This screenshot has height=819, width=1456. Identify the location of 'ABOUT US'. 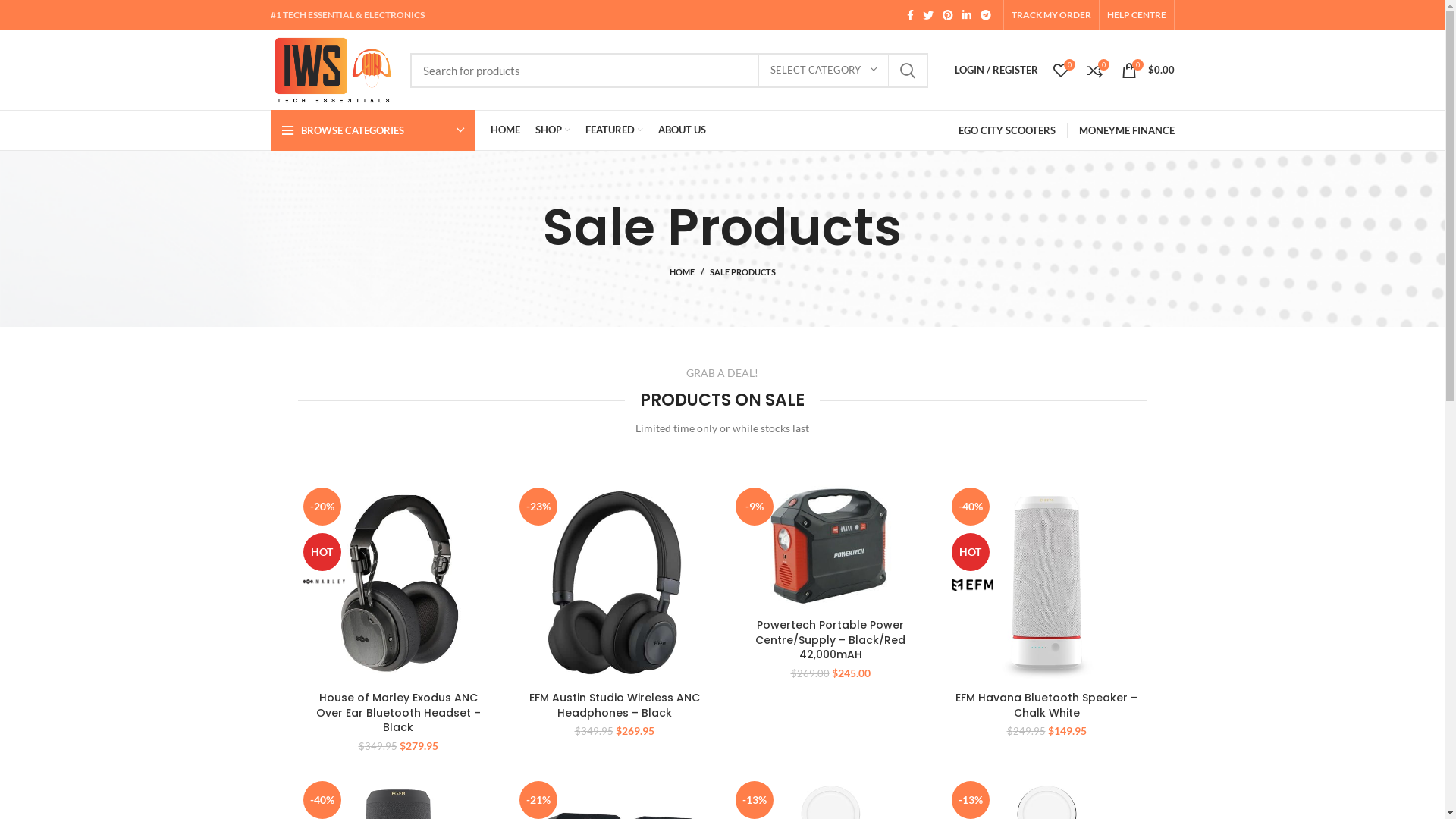
(681, 130).